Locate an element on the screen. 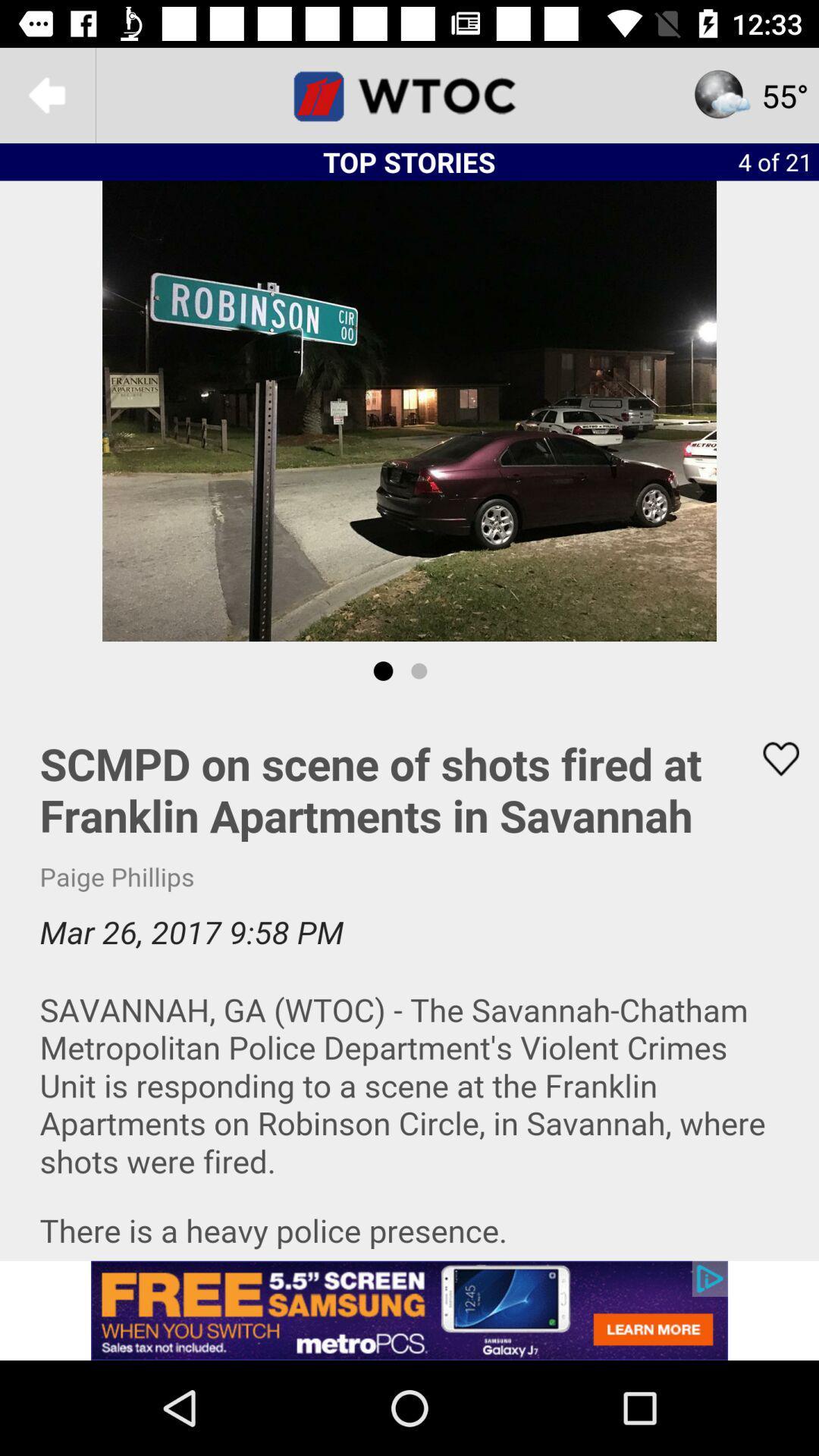 This screenshot has height=1456, width=819. go back is located at coordinates (46, 94).